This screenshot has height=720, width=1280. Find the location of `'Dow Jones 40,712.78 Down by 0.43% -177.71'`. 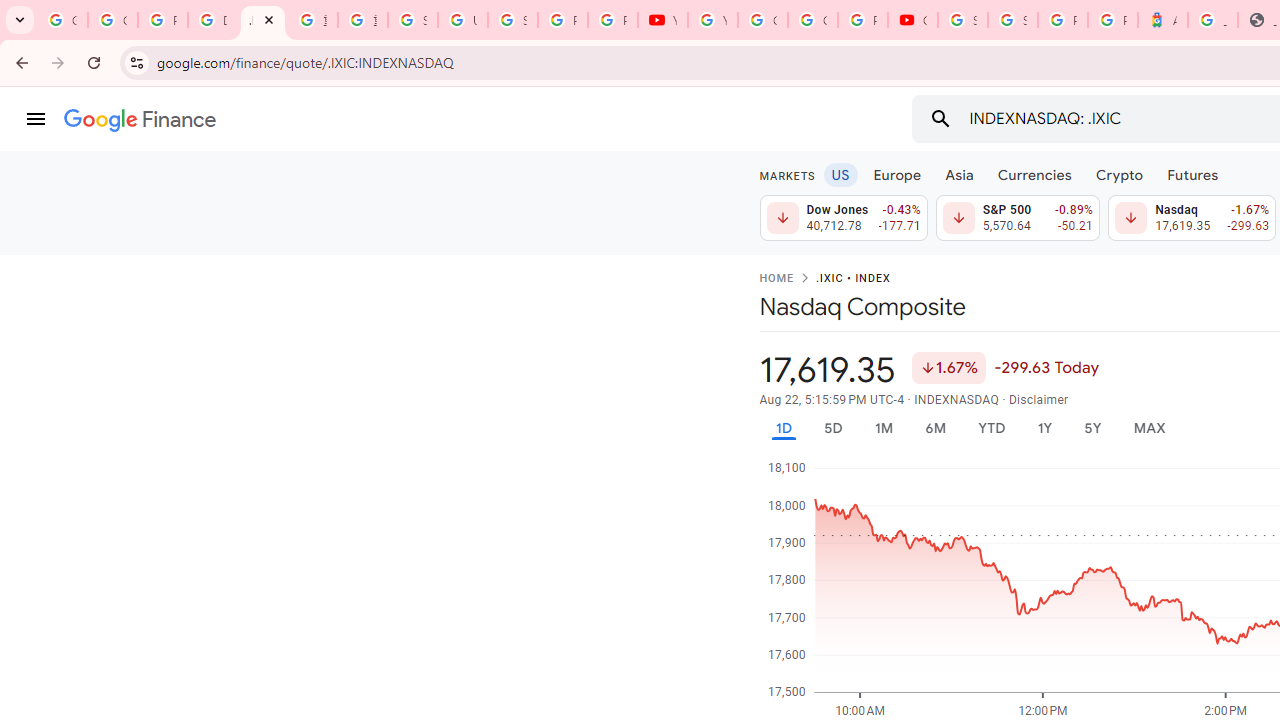

'Dow Jones 40,712.78 Down by 0.43% -177.71' is located at coordinates (843, 218).